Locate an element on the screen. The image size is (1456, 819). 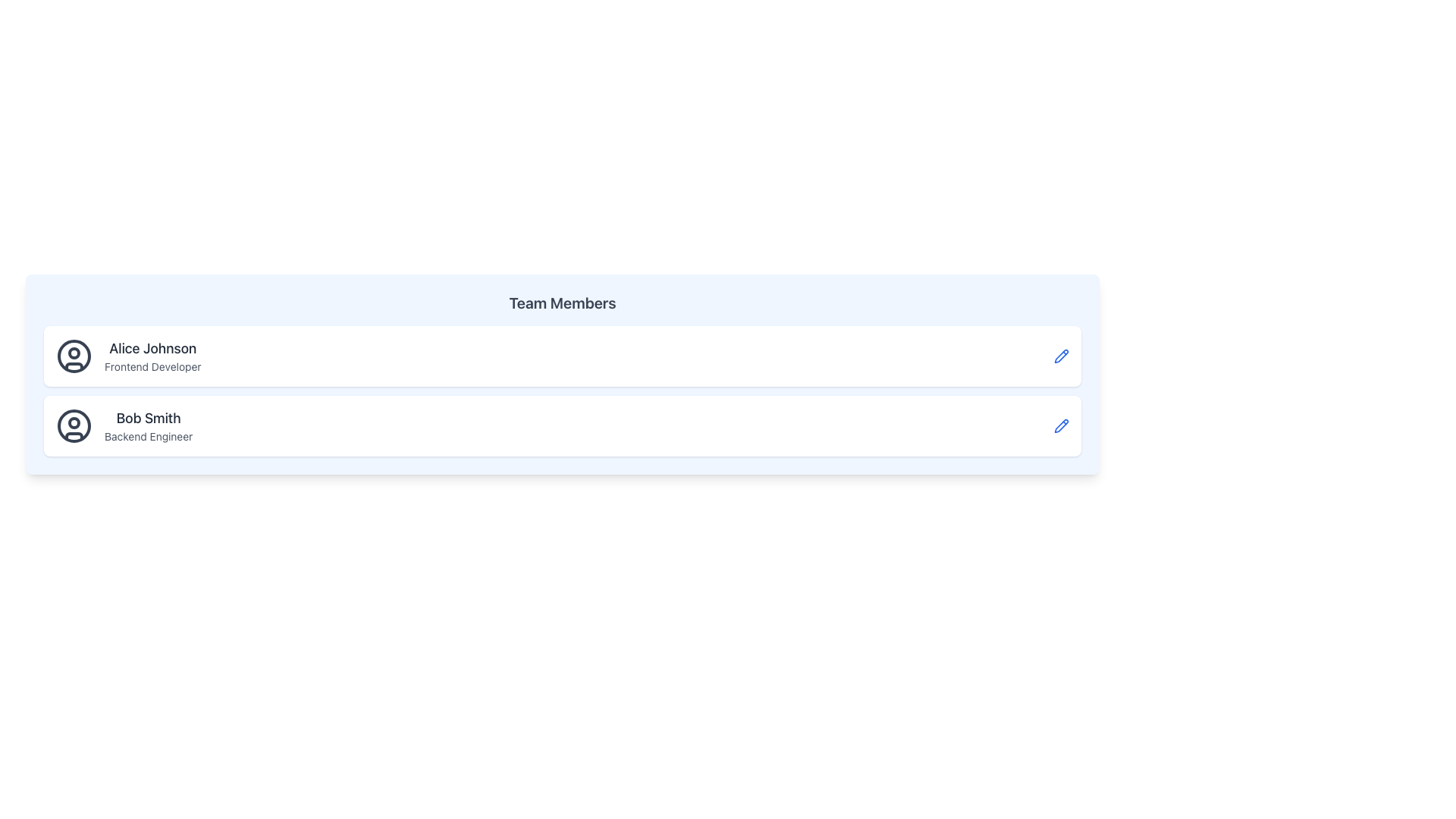
the 'Team Members' text label, which is a large, bold, muted gray header located at the top of a content card above a list of team members is located at coordinates (562, 303).